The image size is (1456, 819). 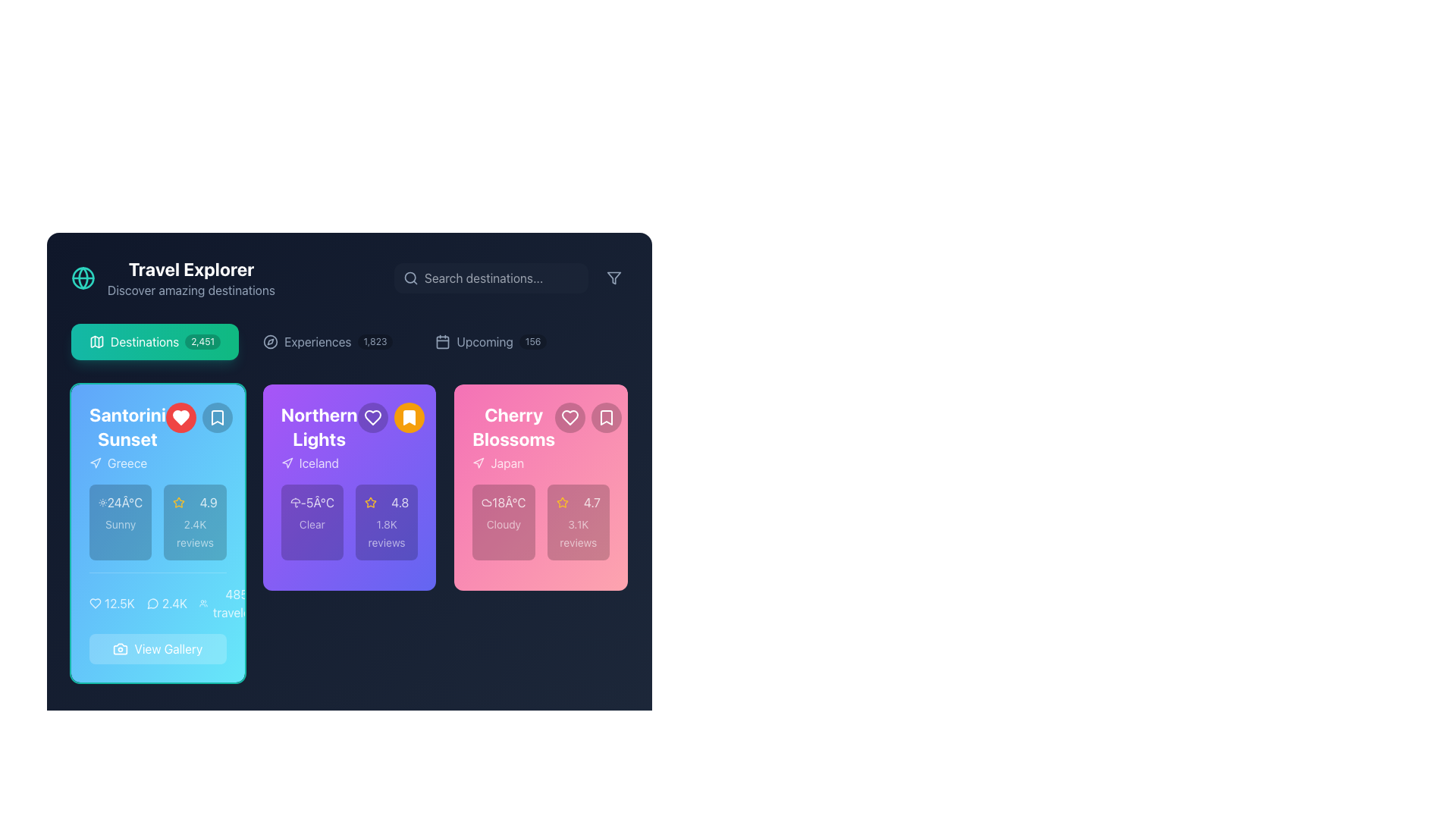 I want to click on the text label displaying 'Japan' in white color, located within the pink 'Cherry Blossoms' card, which is the third card in a row of three cards at the top of the interface, so click(x=507, y=462).